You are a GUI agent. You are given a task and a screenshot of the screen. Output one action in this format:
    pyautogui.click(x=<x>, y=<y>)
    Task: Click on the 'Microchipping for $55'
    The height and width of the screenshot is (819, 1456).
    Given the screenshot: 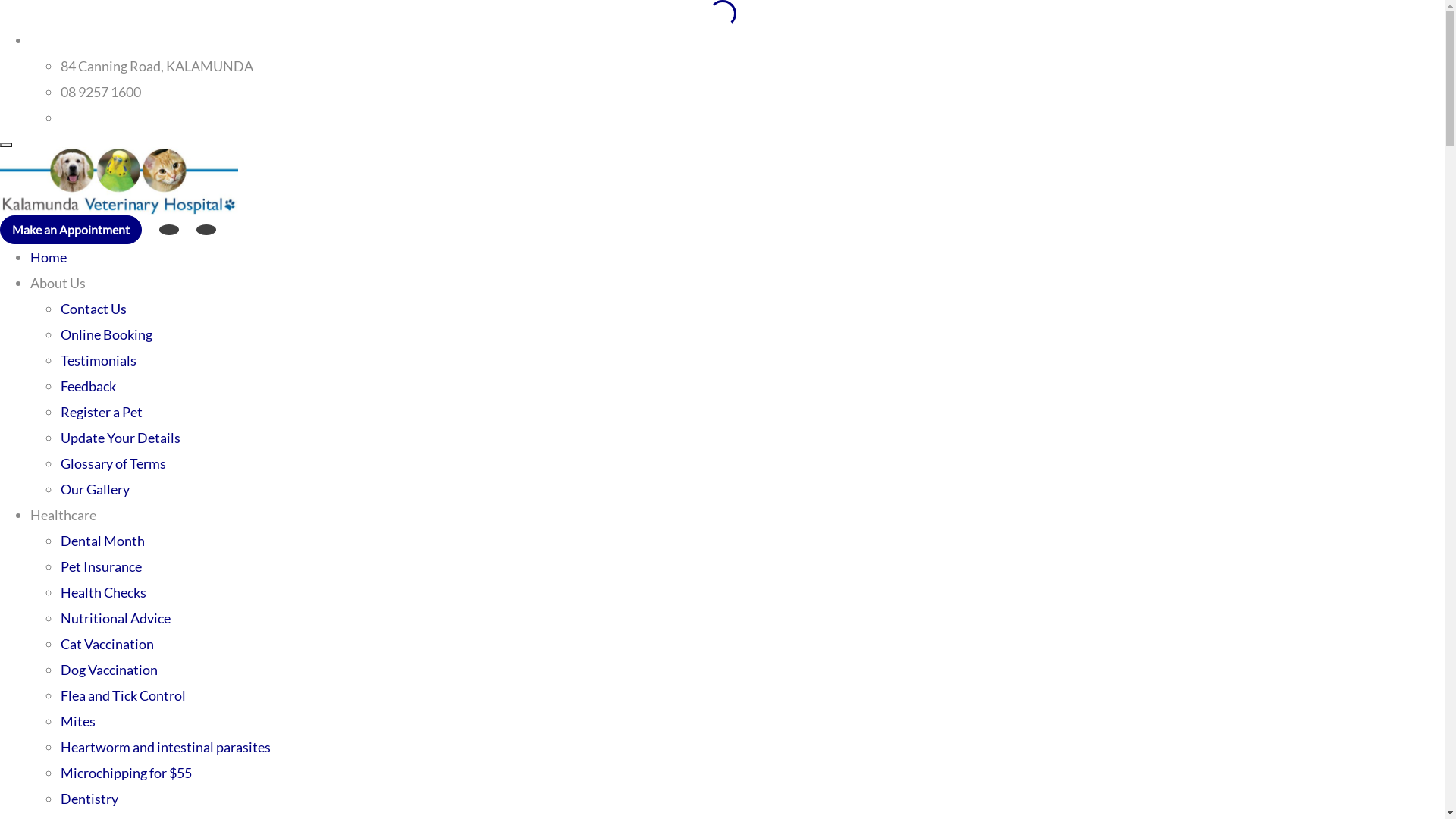 What is the action you would take?
    pyautogui.click(x=61, y=772)
    